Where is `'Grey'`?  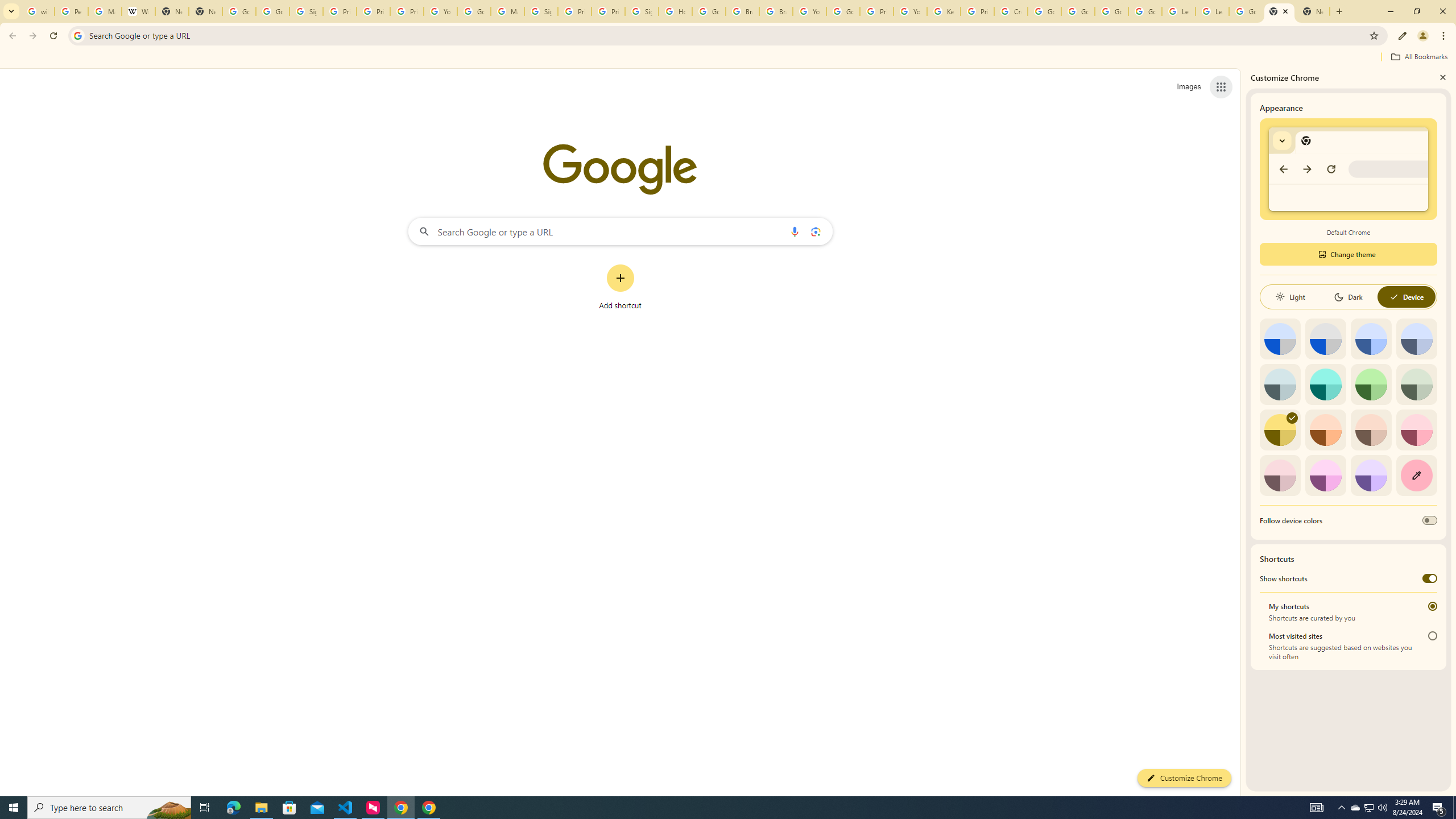
'Grey' is located at coordinates (1280, 383).